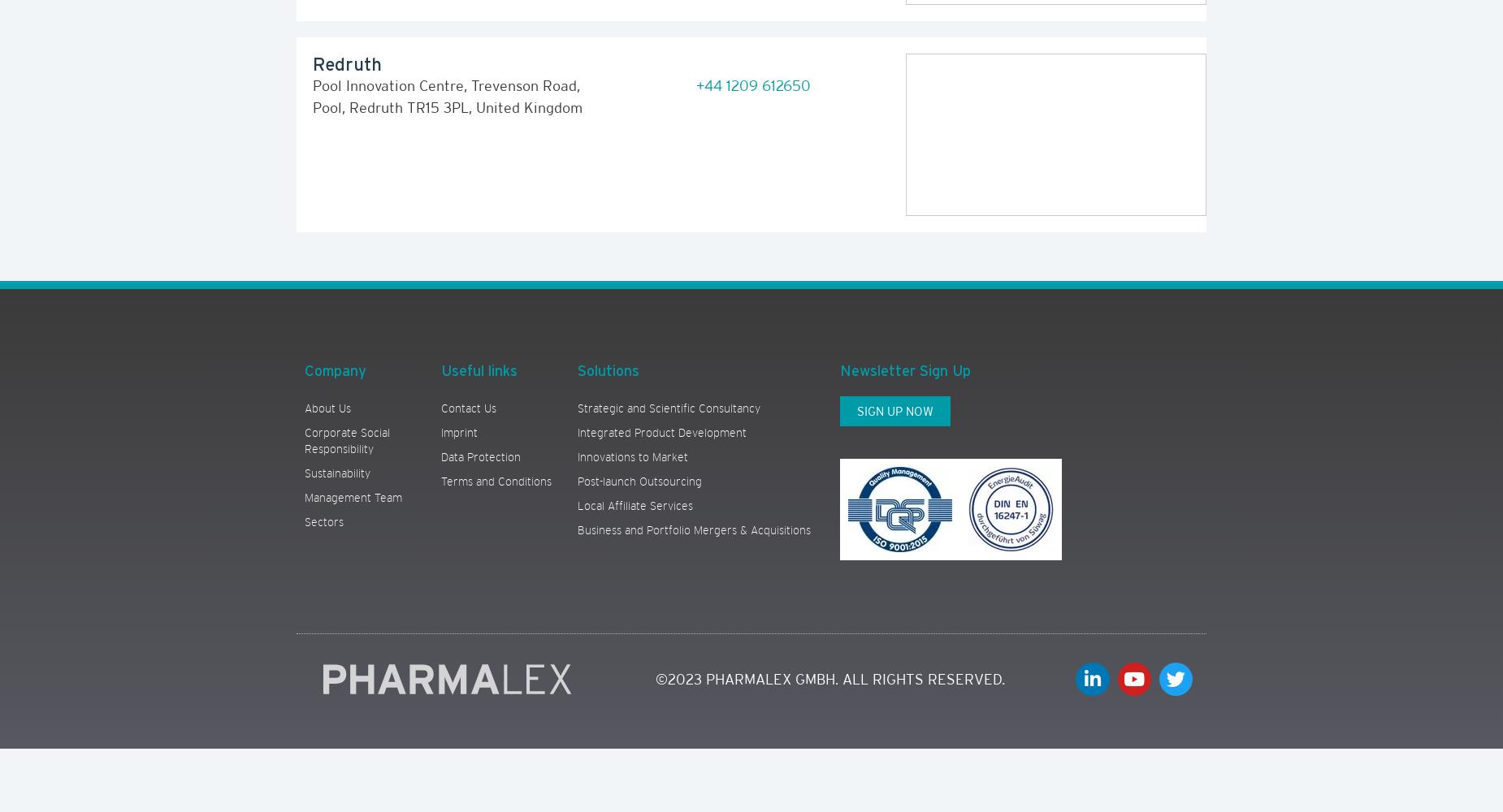  Describe the element at coordinates (893, 411) in the screenshot. I see `'SIGN UP NOW'` at that location.